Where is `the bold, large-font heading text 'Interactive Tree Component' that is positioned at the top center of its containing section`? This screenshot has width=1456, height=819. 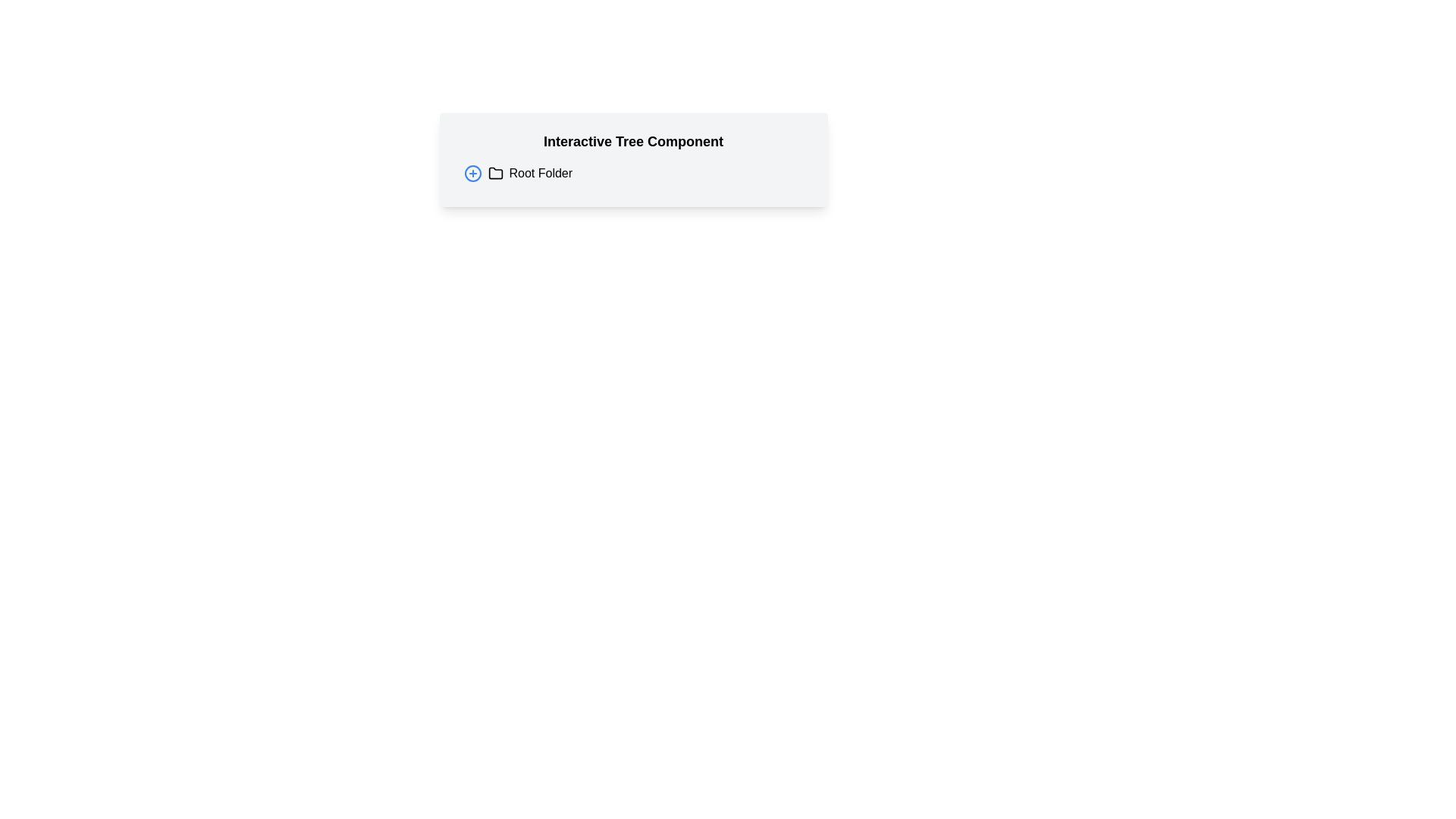
the bold, large-font heading text 'Interactive Tree Component' that is positioned at the top center of its containing section is located at coordinates (633, 141).